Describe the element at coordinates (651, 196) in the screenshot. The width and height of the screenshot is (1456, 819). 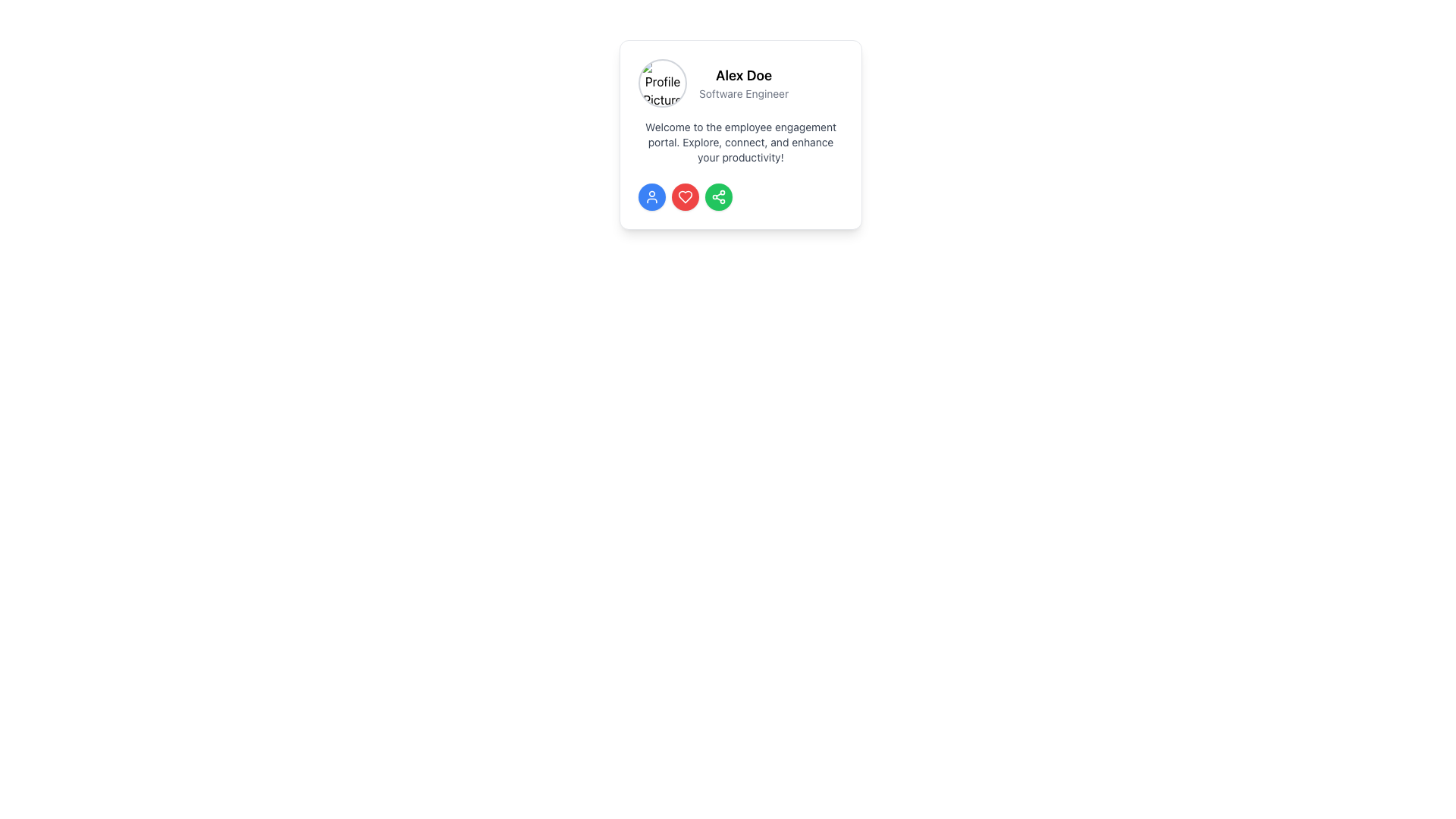
I see `the user icon with a circular avatar representation, styled with a blue border, located at the bottom left of the card layout` at that location.